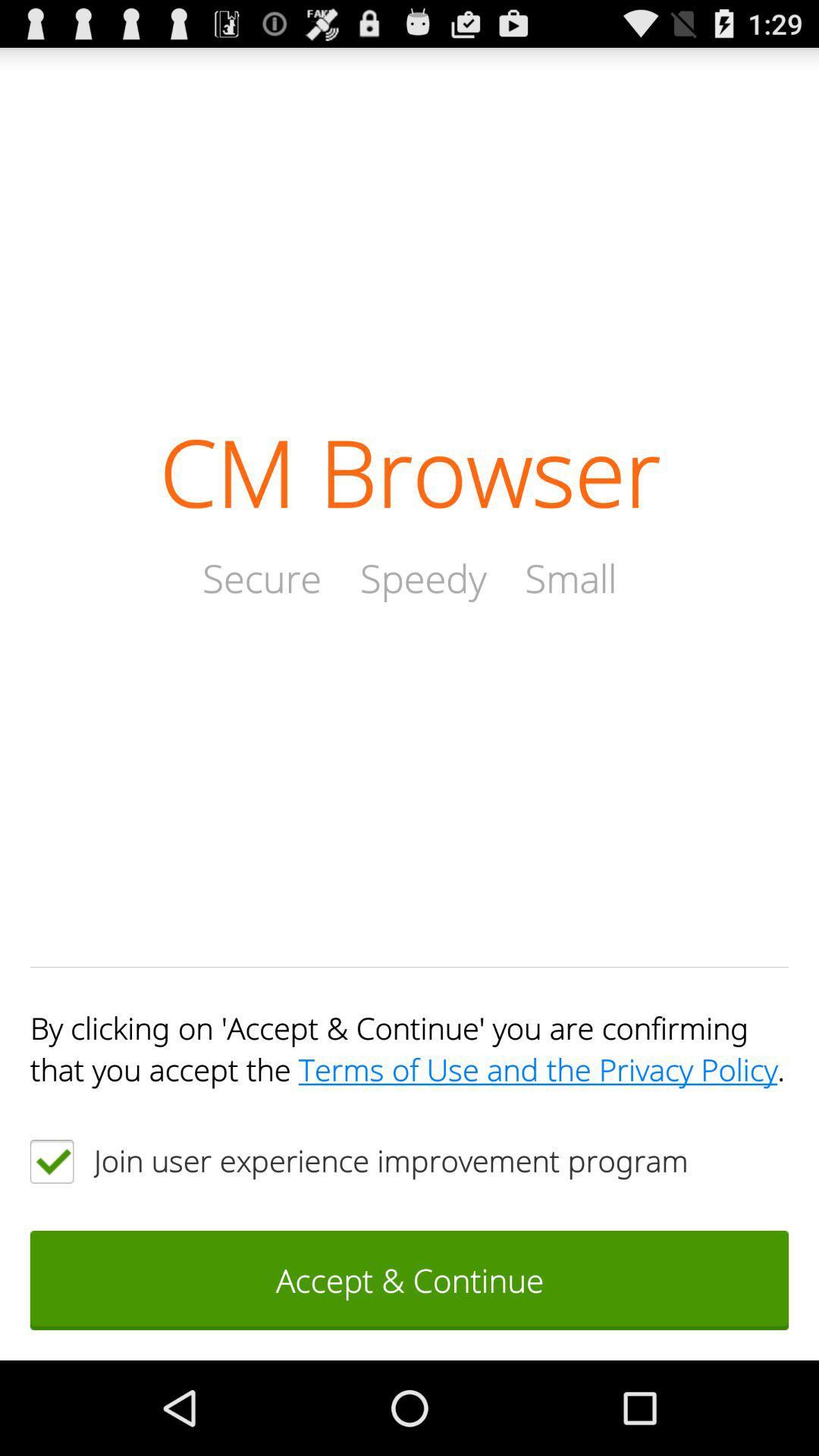 The width and height of the screenshot is (819, 1456). What do you see at coordinates (51, 1160) in the screenshot?
I see `checkbox at the bottom left corner` at bounding box center [51, 1160].